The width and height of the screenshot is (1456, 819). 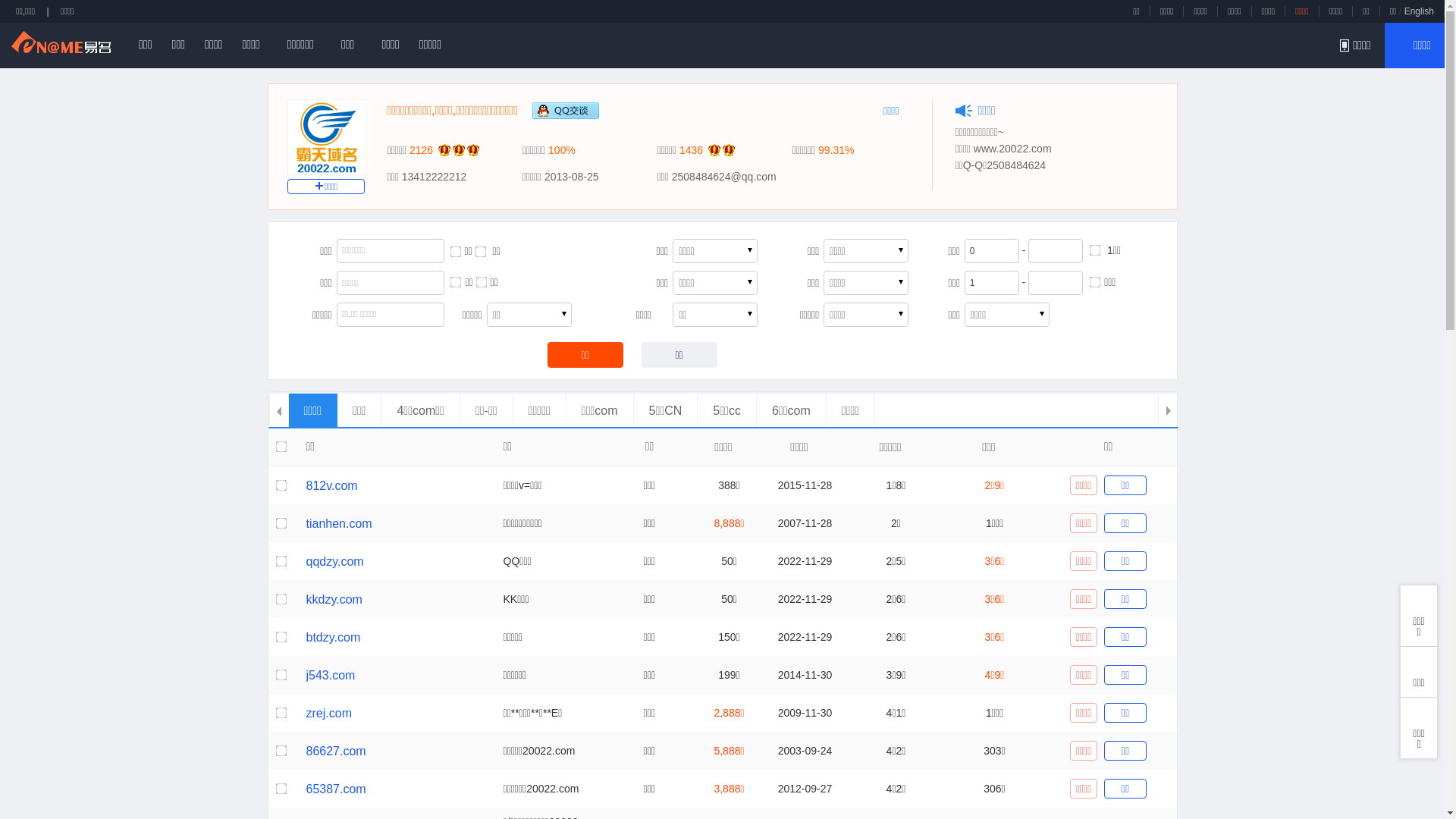 What do you see at coordinates (328, 713) in the screenshot?
I see `'zrej.com'` at bounding box center [328, 713].